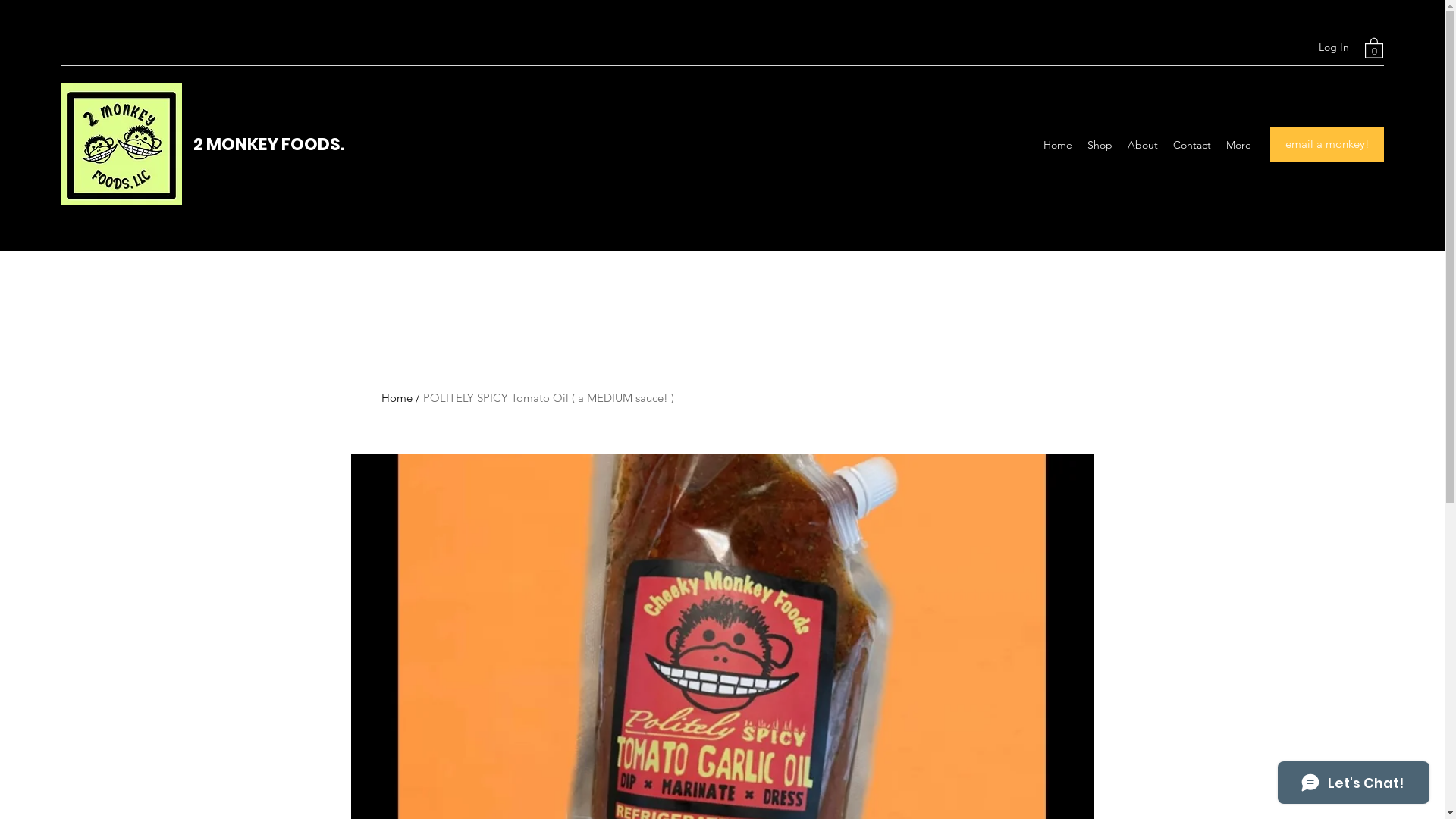  I want to click on 'Log In', so click(1332, 46).